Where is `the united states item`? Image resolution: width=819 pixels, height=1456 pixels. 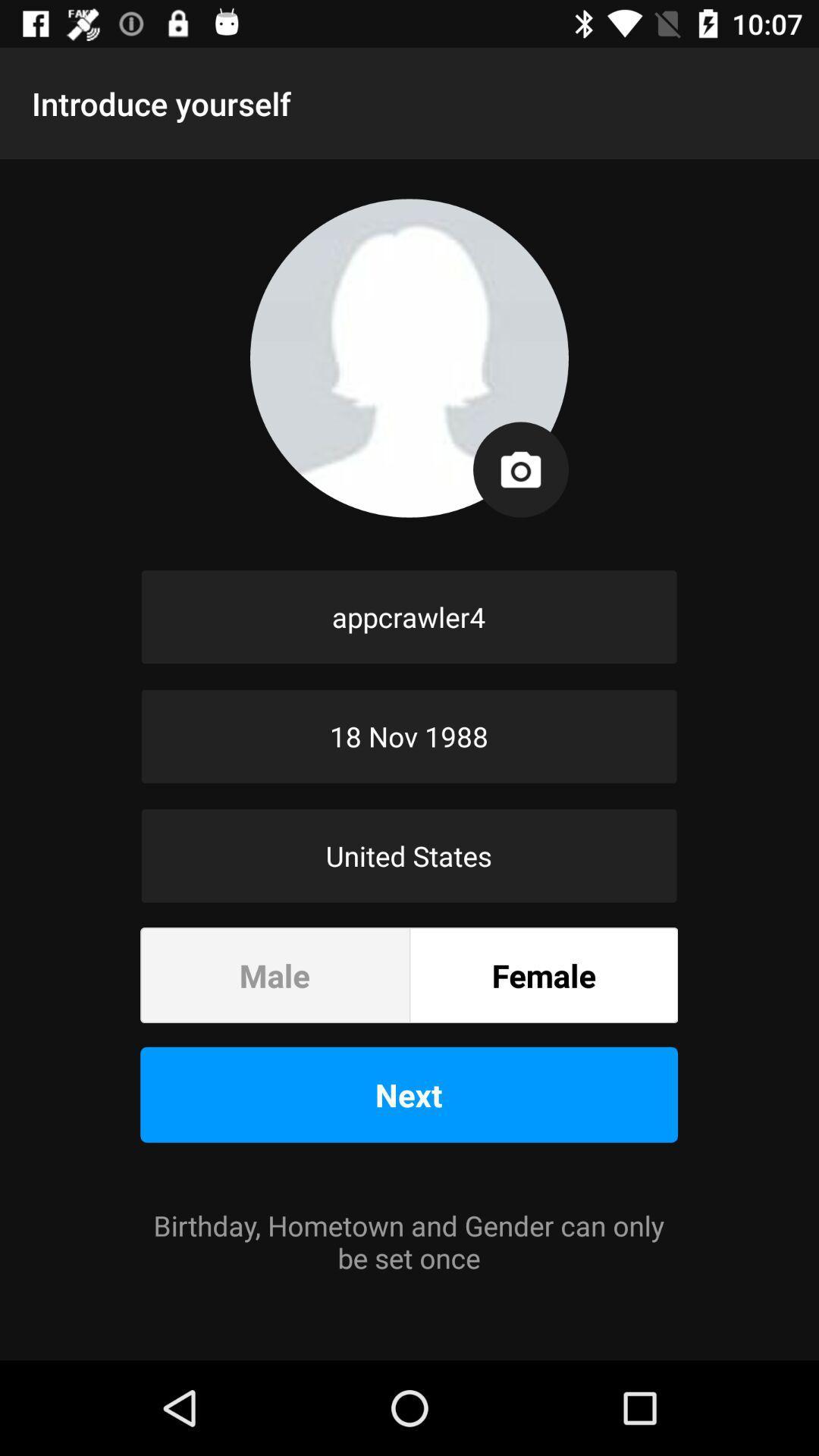
the united states item is located at coordinates (408, 855).